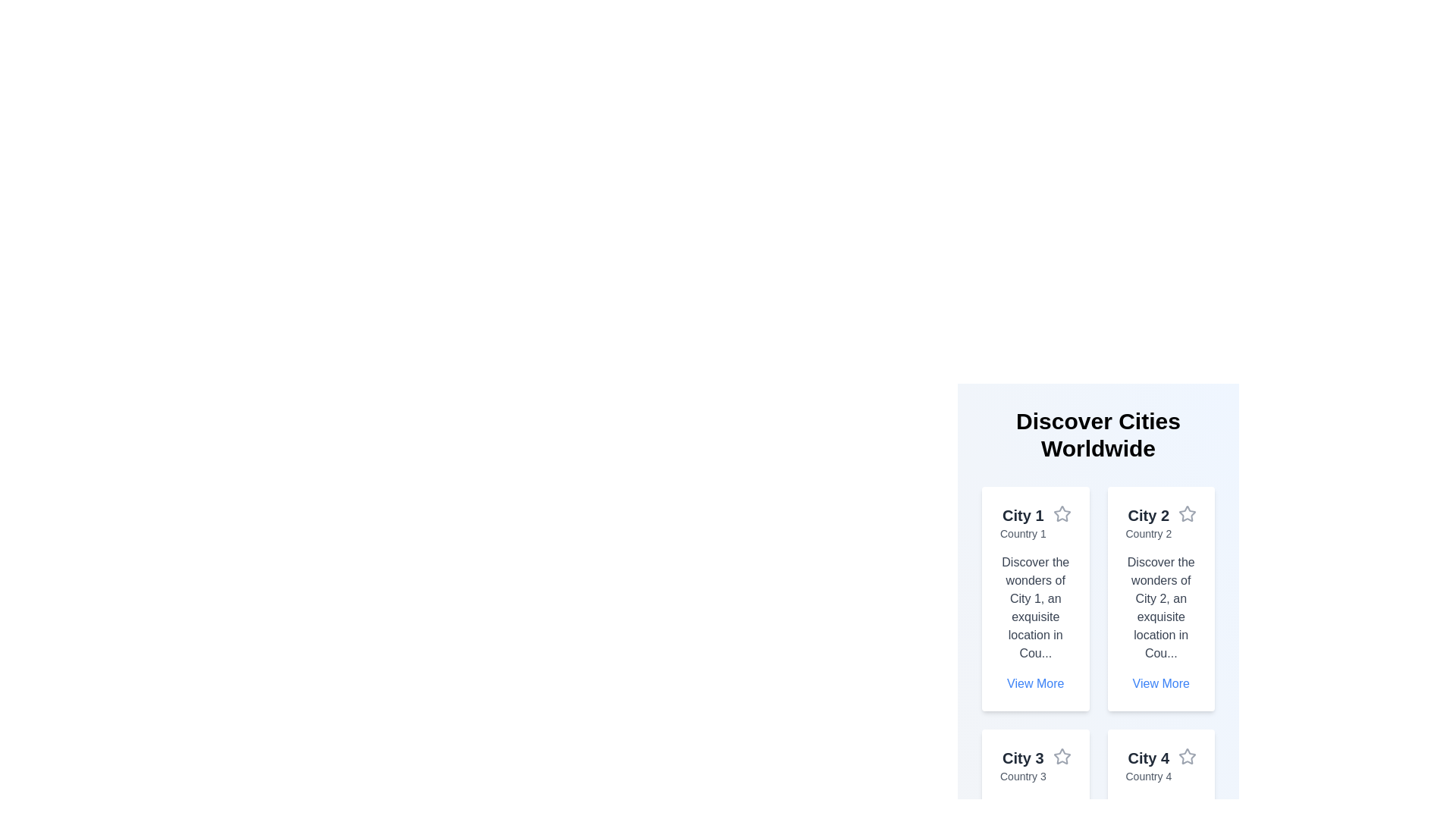  I want to click on the text block containing the title 'City 4' and subtitle 'Country 4', so click(1148, 766).